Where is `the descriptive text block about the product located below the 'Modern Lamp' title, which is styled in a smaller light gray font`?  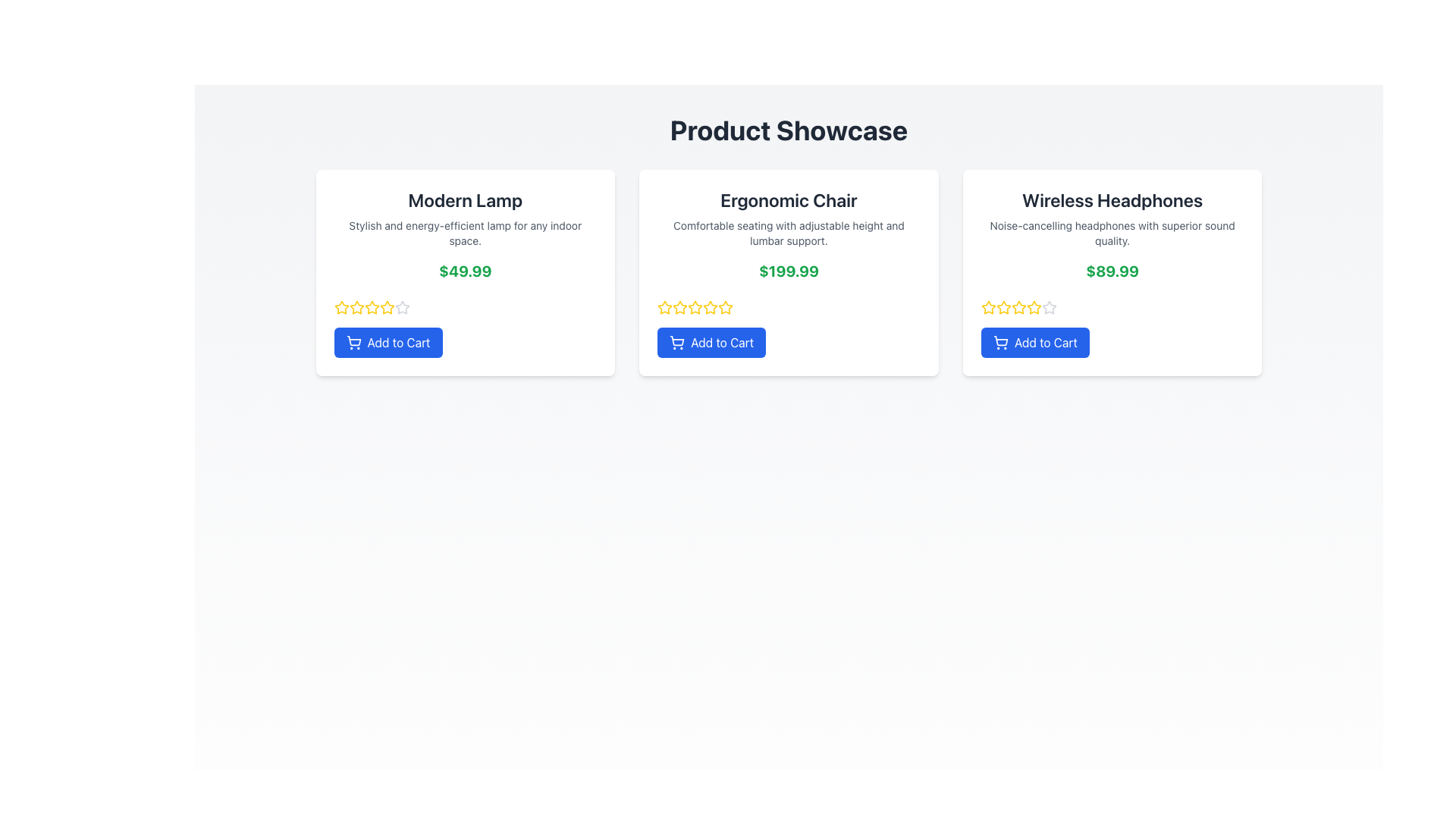 the descriptive text block about the product located below the 'Modern Lamp' title, which is styled in a smaller light gray font is located at coordinates (464, 234).